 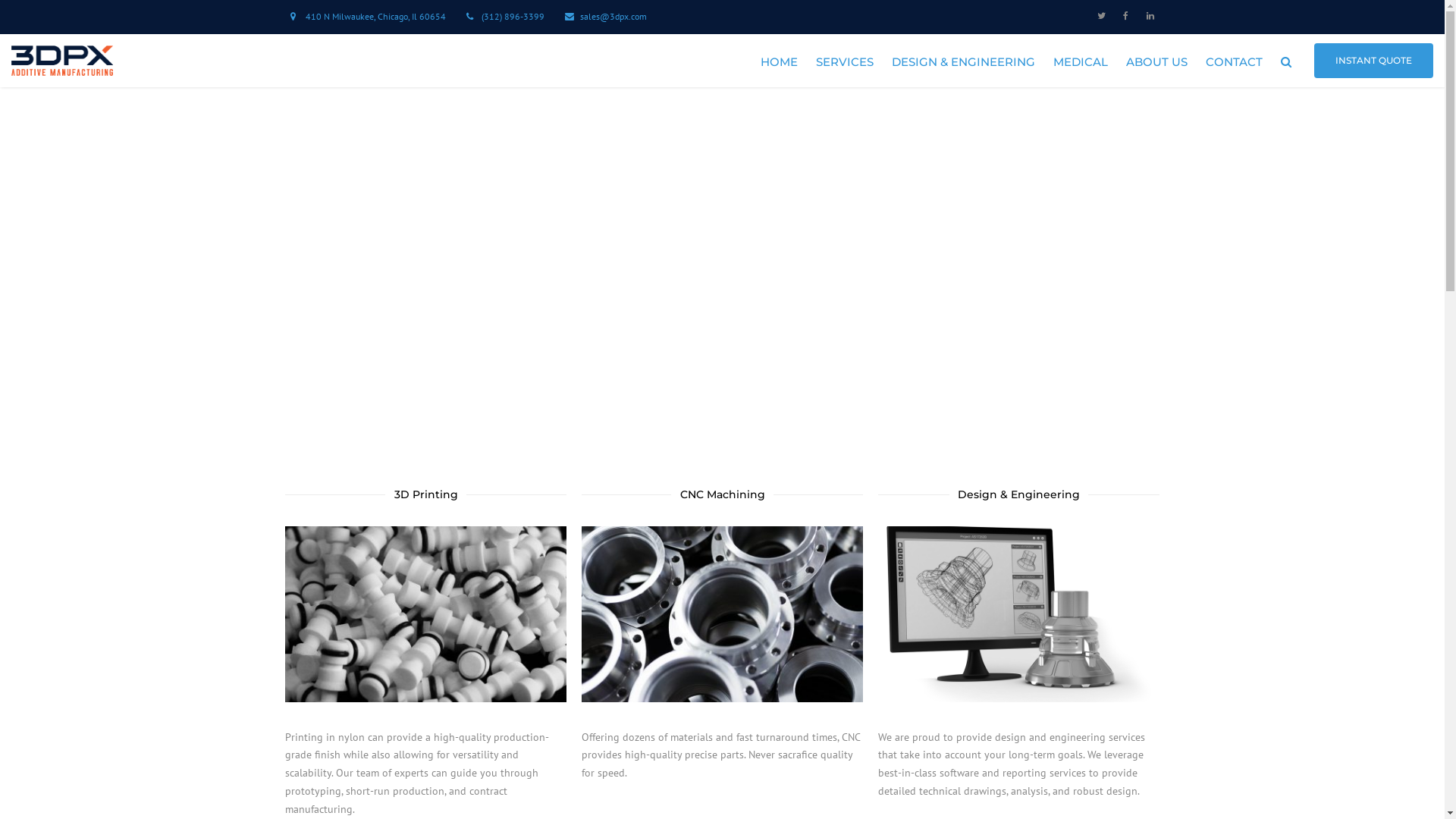 What do you see at coordinates (1373, 60) in the screenshot?
I see `'INSTANT QUOTE'` at bounding box center [1373, 60].